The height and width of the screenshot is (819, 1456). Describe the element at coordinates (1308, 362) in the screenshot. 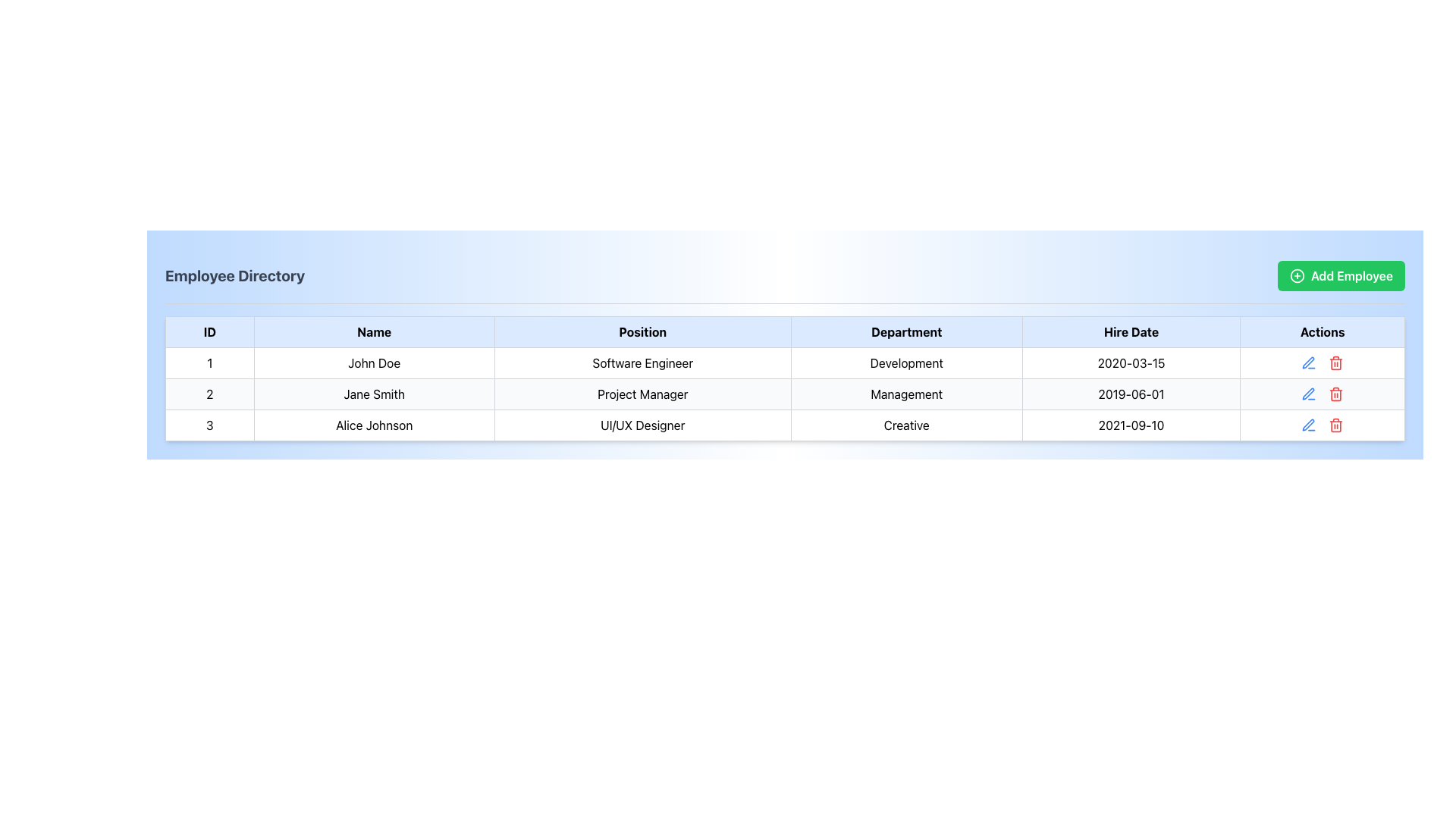

I see `the pen icon in the 'Actions' column of the second row to initiate an edit action` at that location.